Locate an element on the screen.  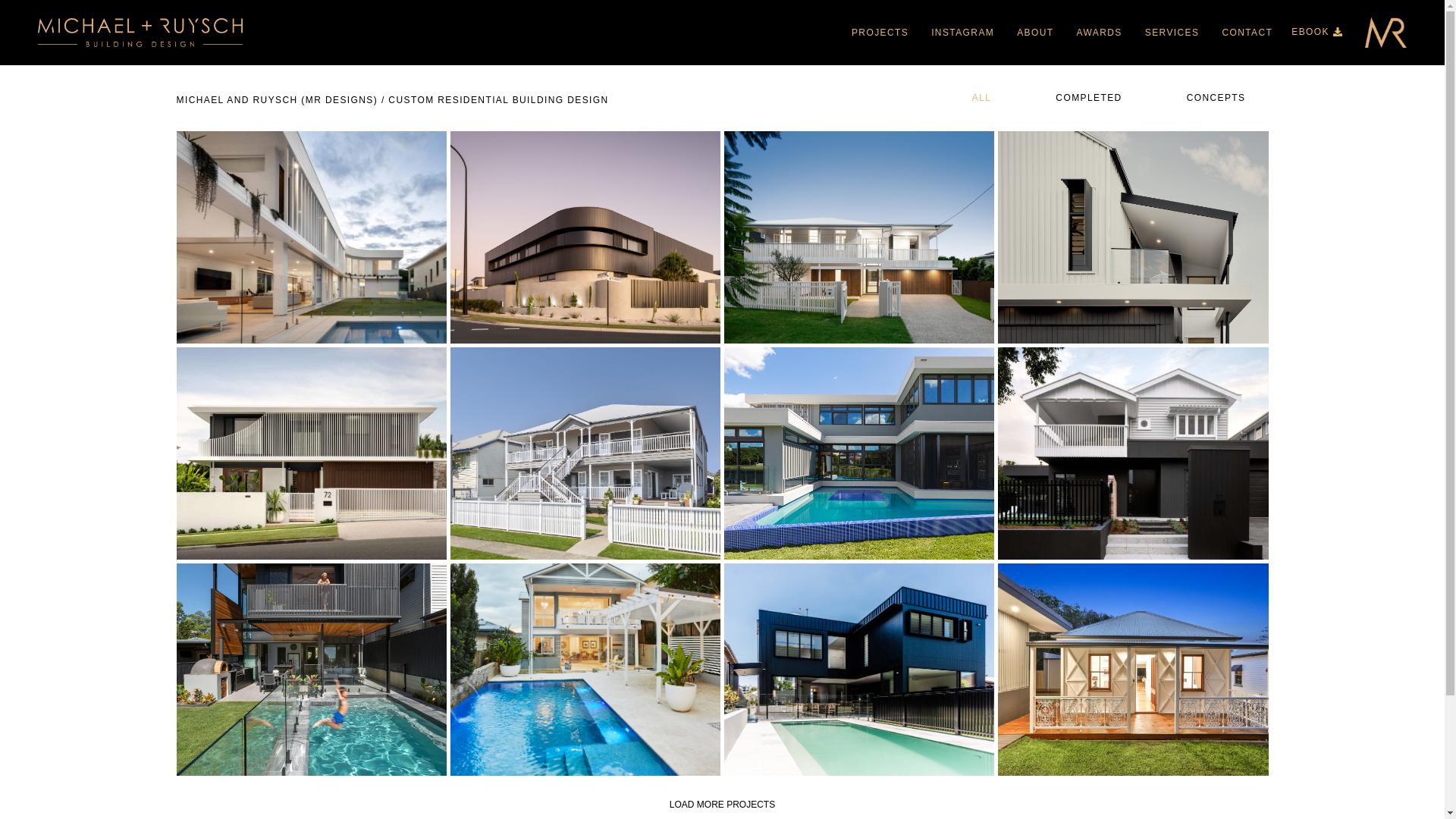
'SERVICES' is located at coordinates (1133, 32).